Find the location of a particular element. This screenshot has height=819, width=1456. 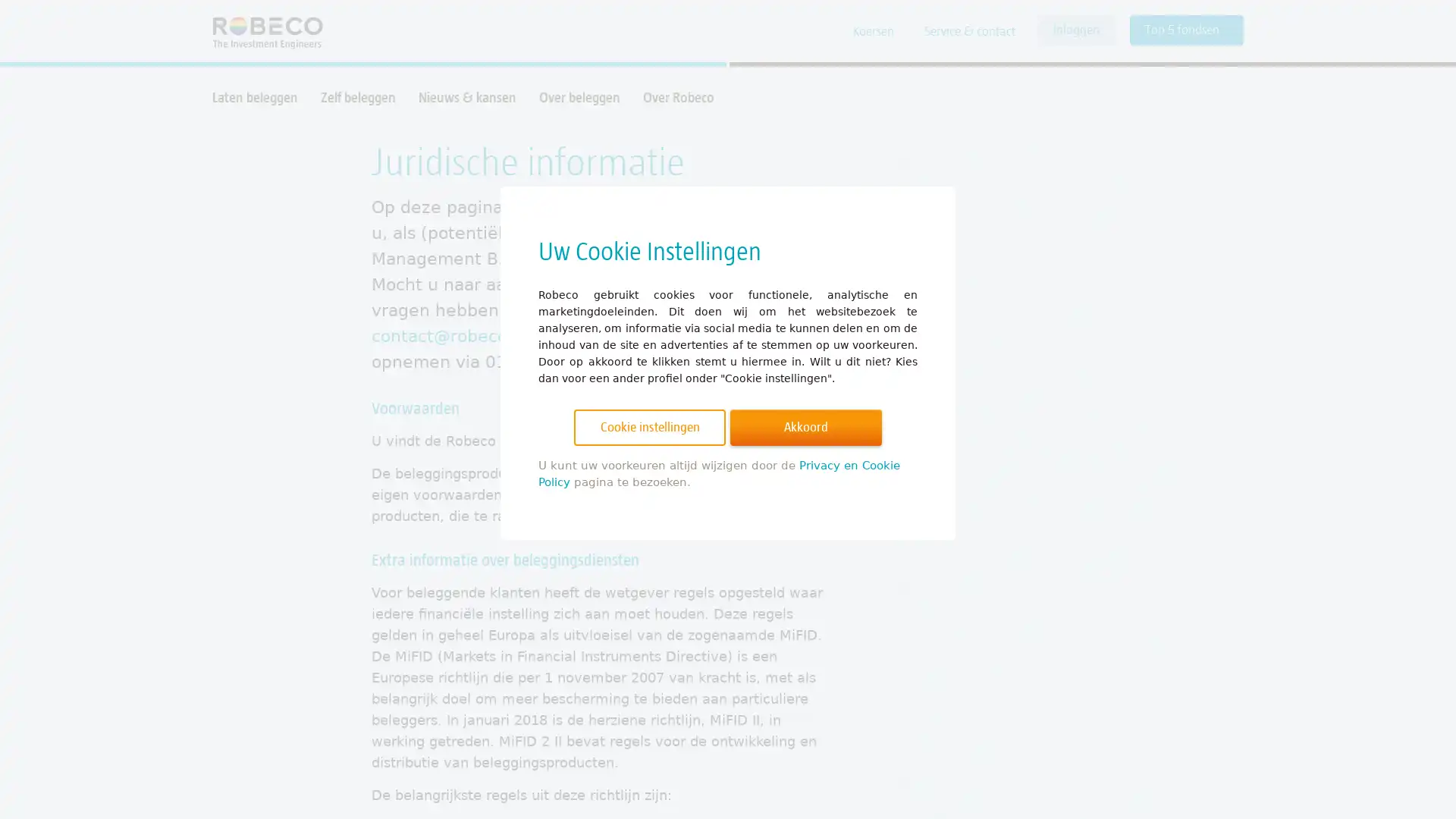

Laten beleggen is located at coordinates (255, 97).